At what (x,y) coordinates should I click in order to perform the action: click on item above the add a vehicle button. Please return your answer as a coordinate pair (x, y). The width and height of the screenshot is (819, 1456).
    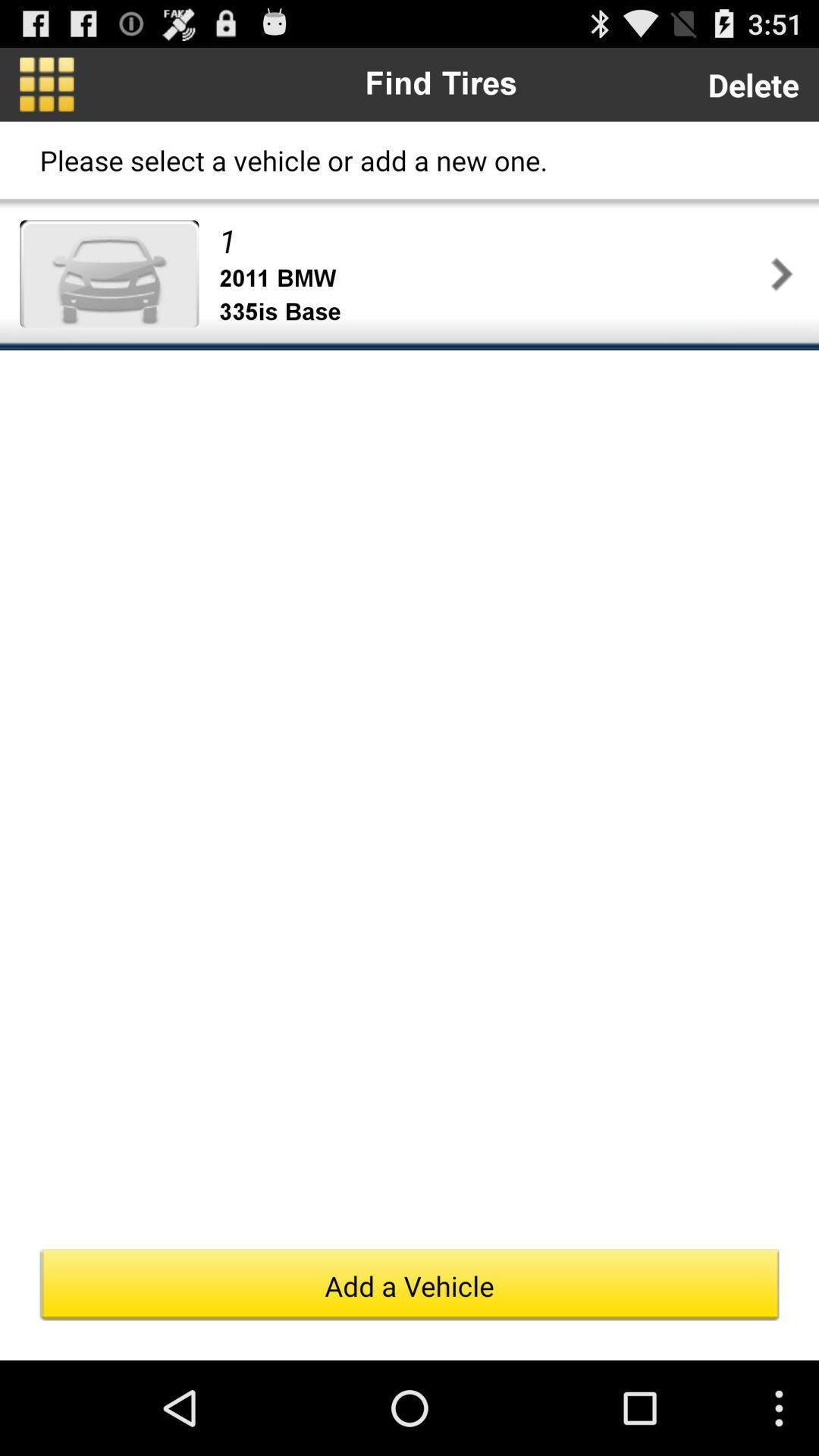
    Looking at the image, I should click on (108, 274).